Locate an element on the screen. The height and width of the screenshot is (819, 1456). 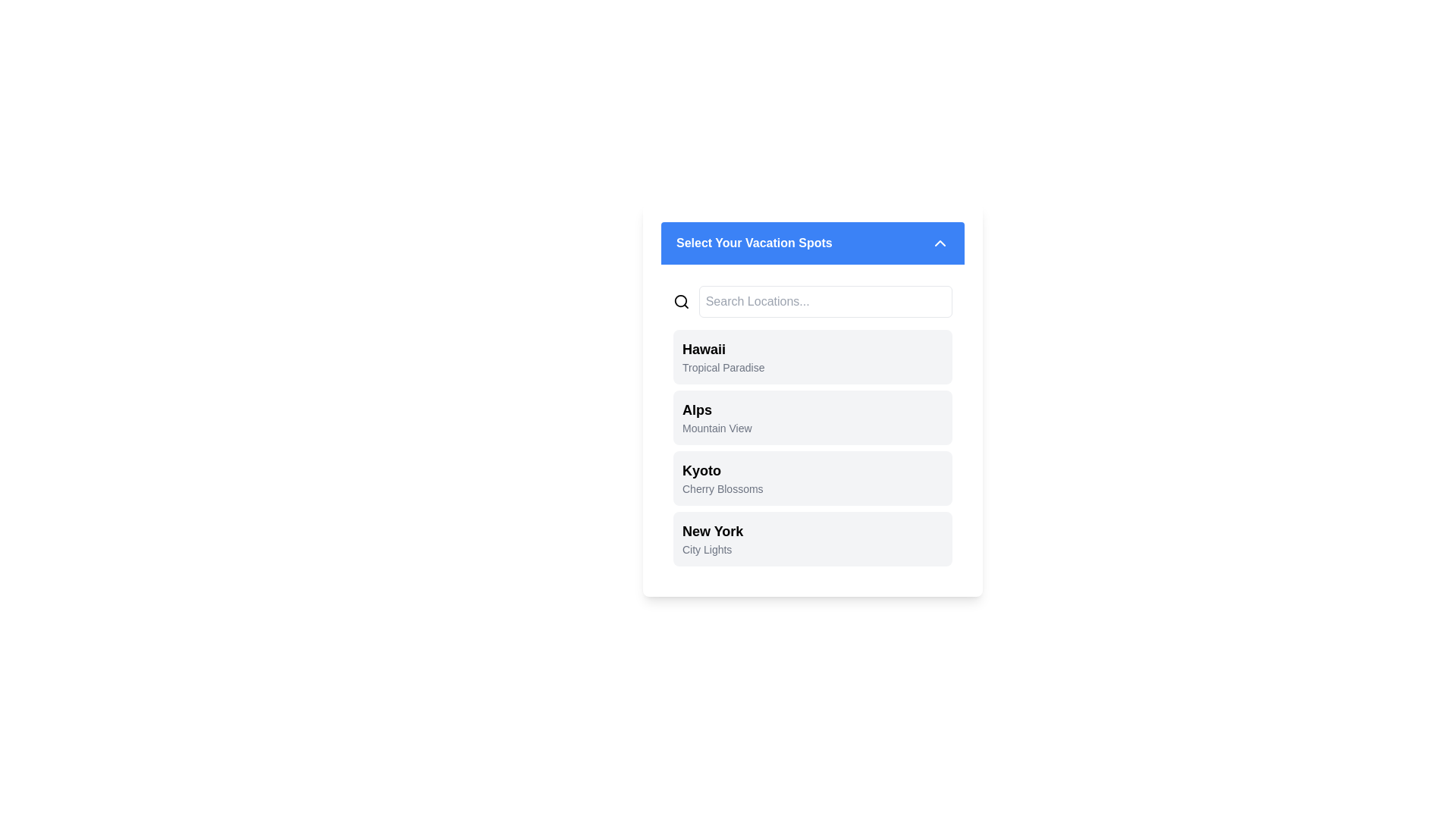
the button labeled 'Hawaii' with a light gray background and rounded corners is located at coordinates (811, 356).